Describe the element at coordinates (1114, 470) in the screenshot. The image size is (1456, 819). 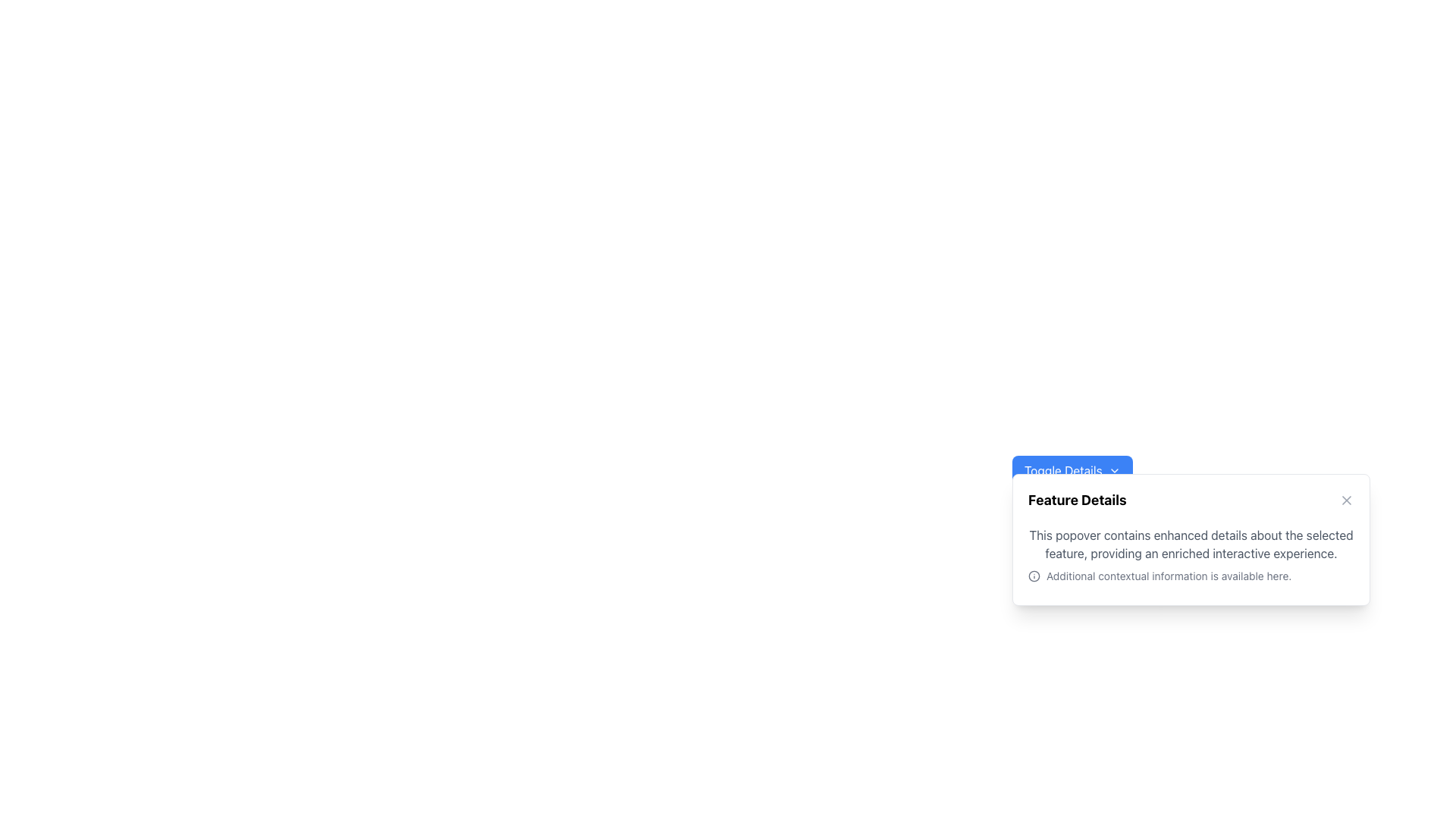
I see `the chevron icon located to the right of the 'Toggle Details' text within the blue button` at that location.